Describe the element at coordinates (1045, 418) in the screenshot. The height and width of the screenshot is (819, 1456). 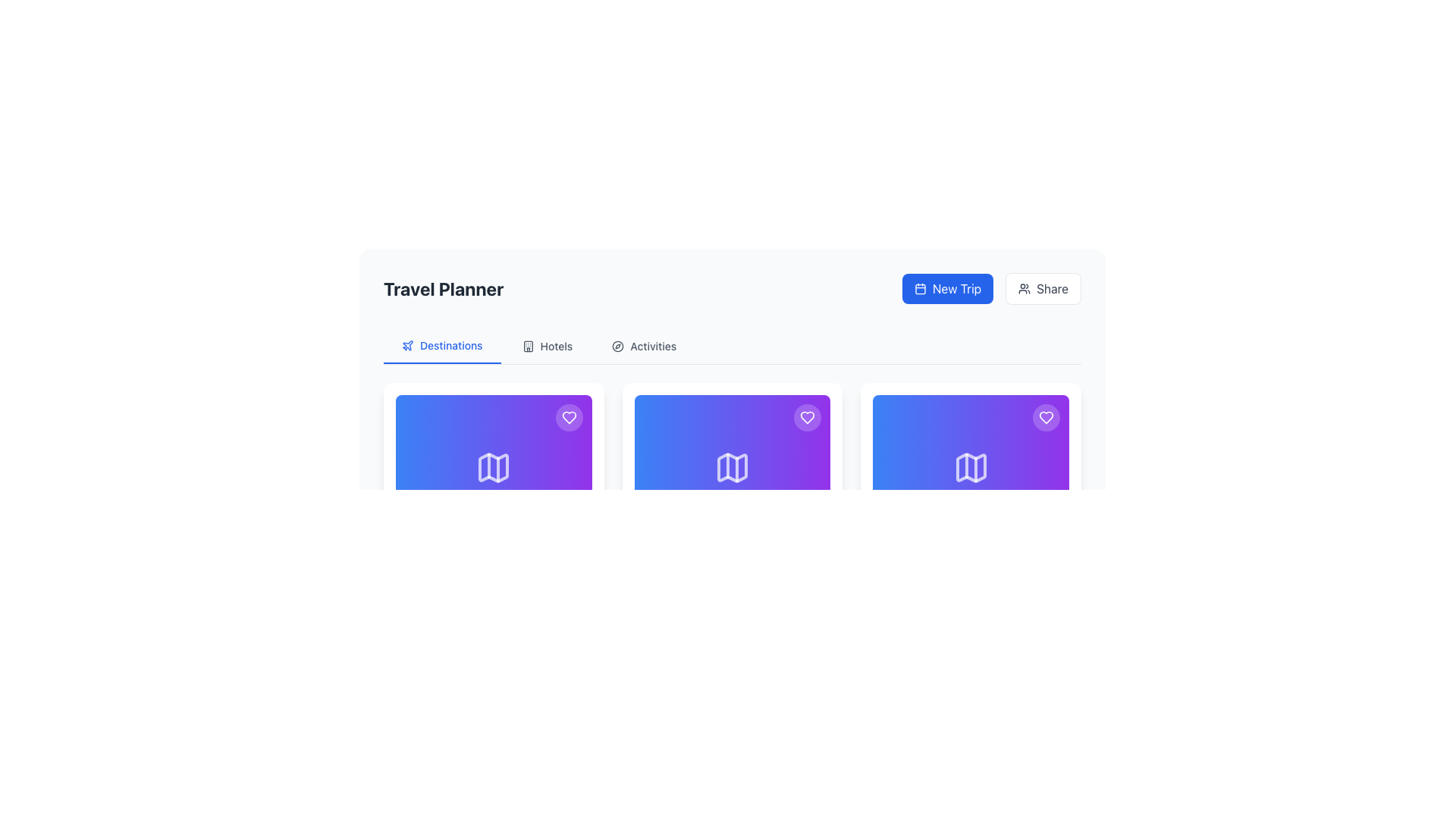
I see `the interactive button for liking or favoriting the card located in the top-right corner of the third card in the series to trigger visual feedback` at that location.